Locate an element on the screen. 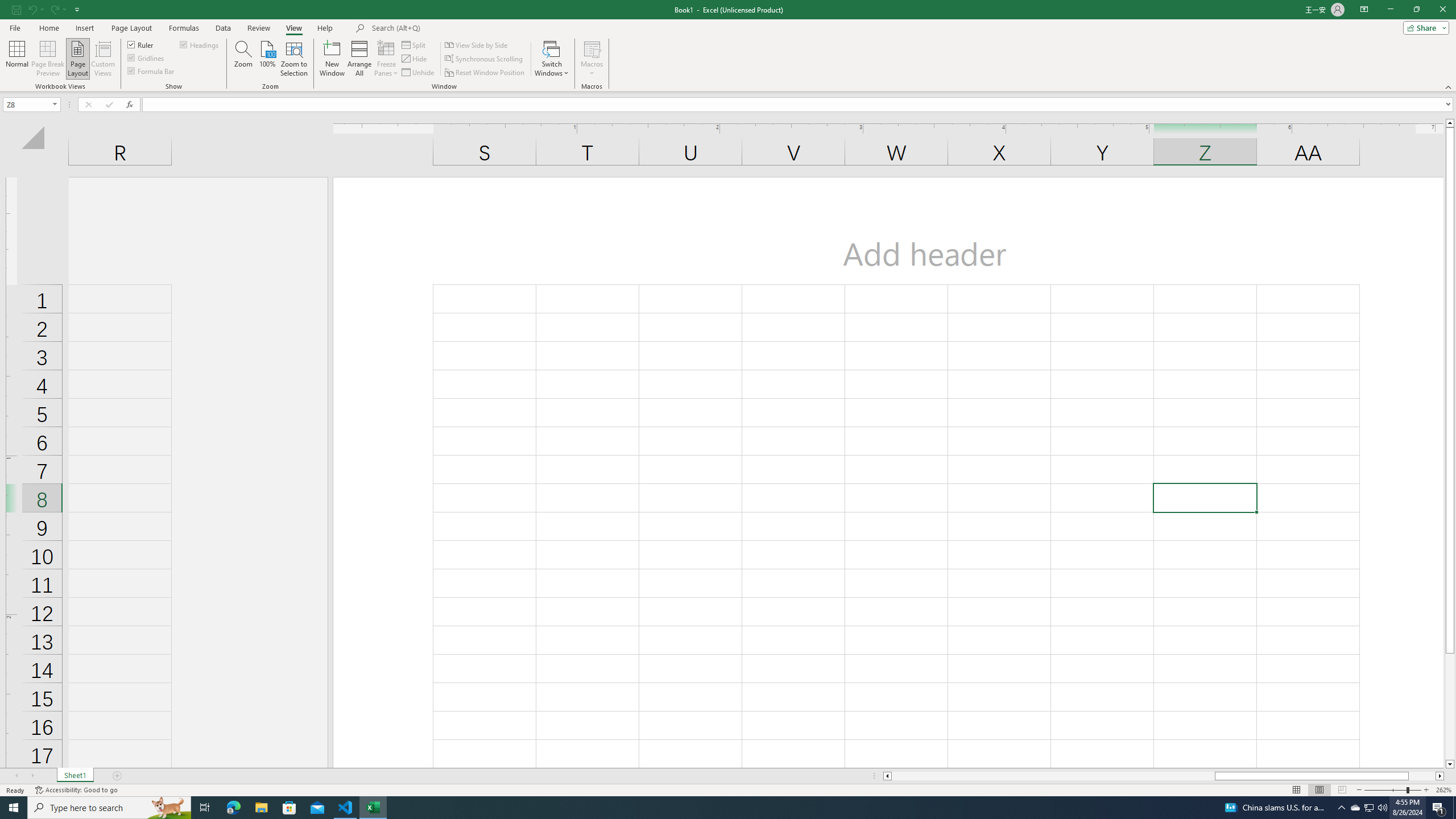  'Headings' is located at coordinates (200, 44).